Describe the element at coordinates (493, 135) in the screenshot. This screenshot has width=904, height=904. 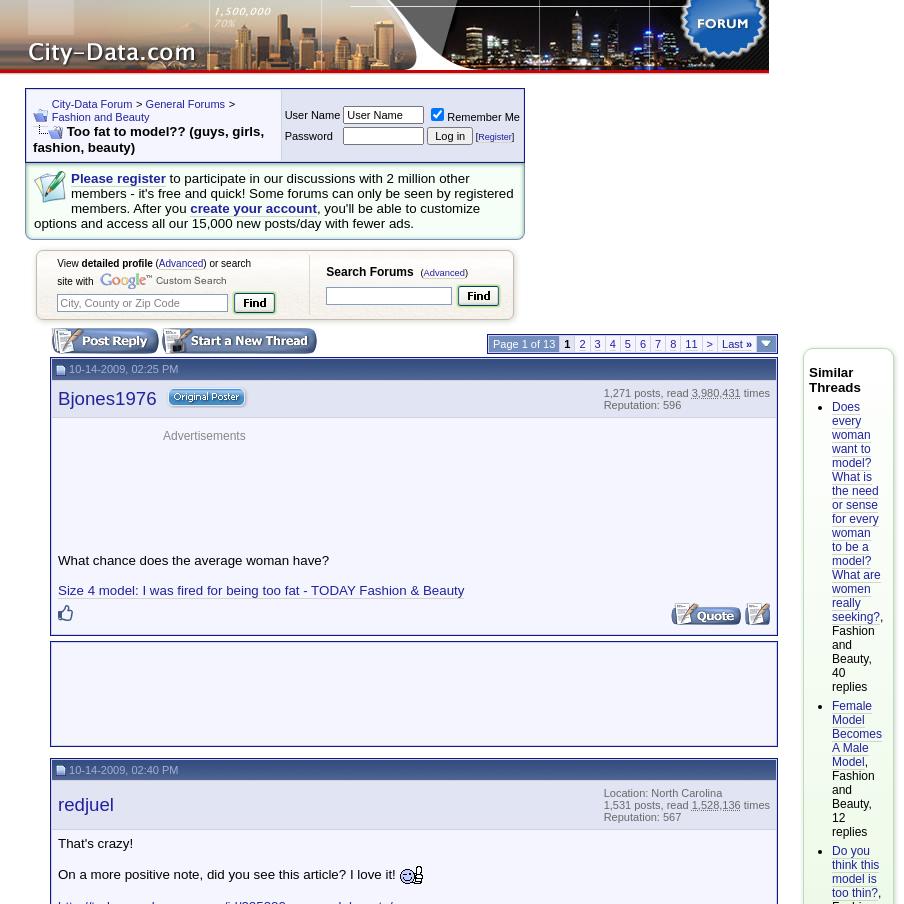
I see `'Register'` at that location.